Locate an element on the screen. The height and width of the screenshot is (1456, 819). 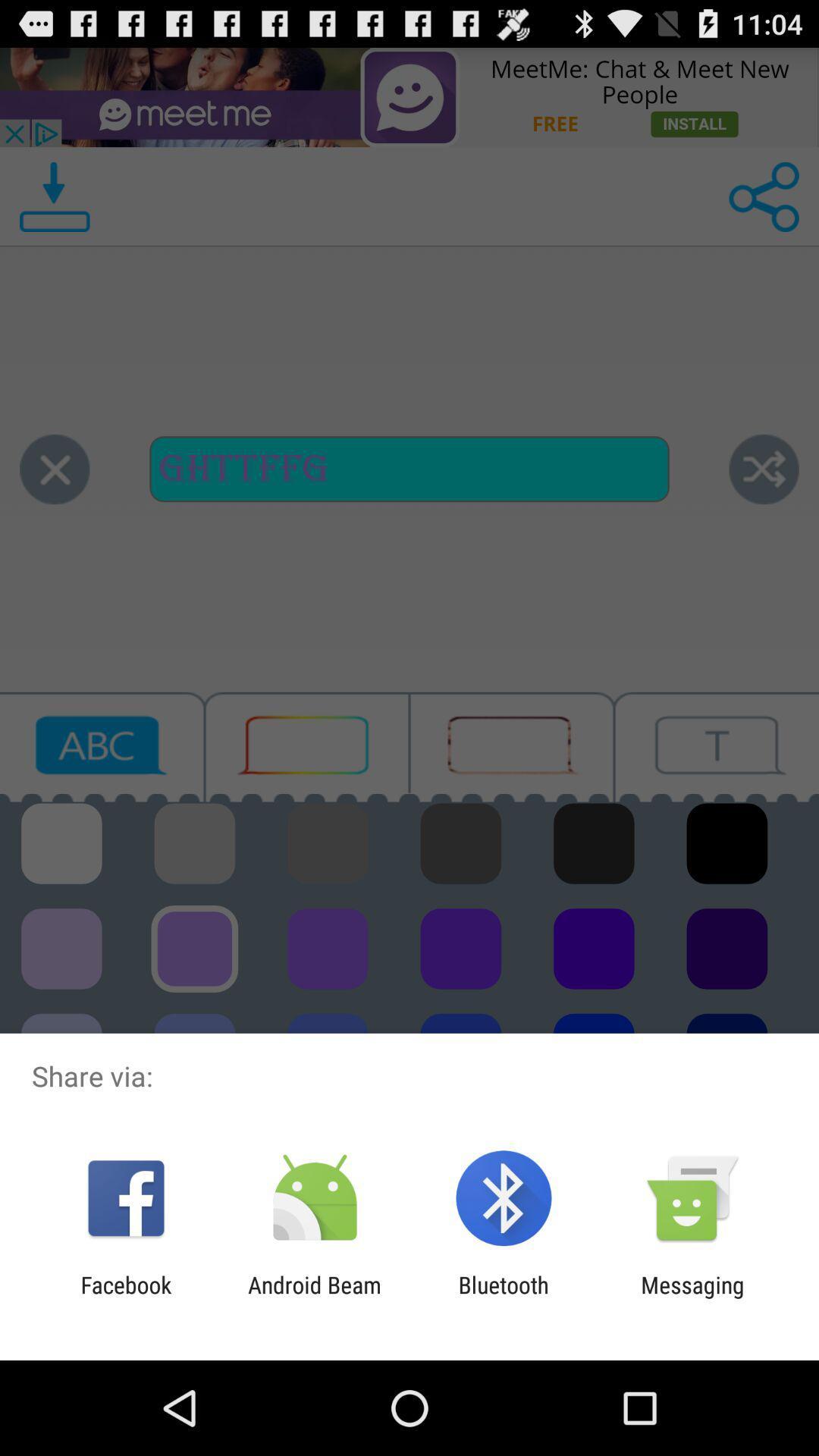
the app next to android beam is located at coordinates (125, 1298).